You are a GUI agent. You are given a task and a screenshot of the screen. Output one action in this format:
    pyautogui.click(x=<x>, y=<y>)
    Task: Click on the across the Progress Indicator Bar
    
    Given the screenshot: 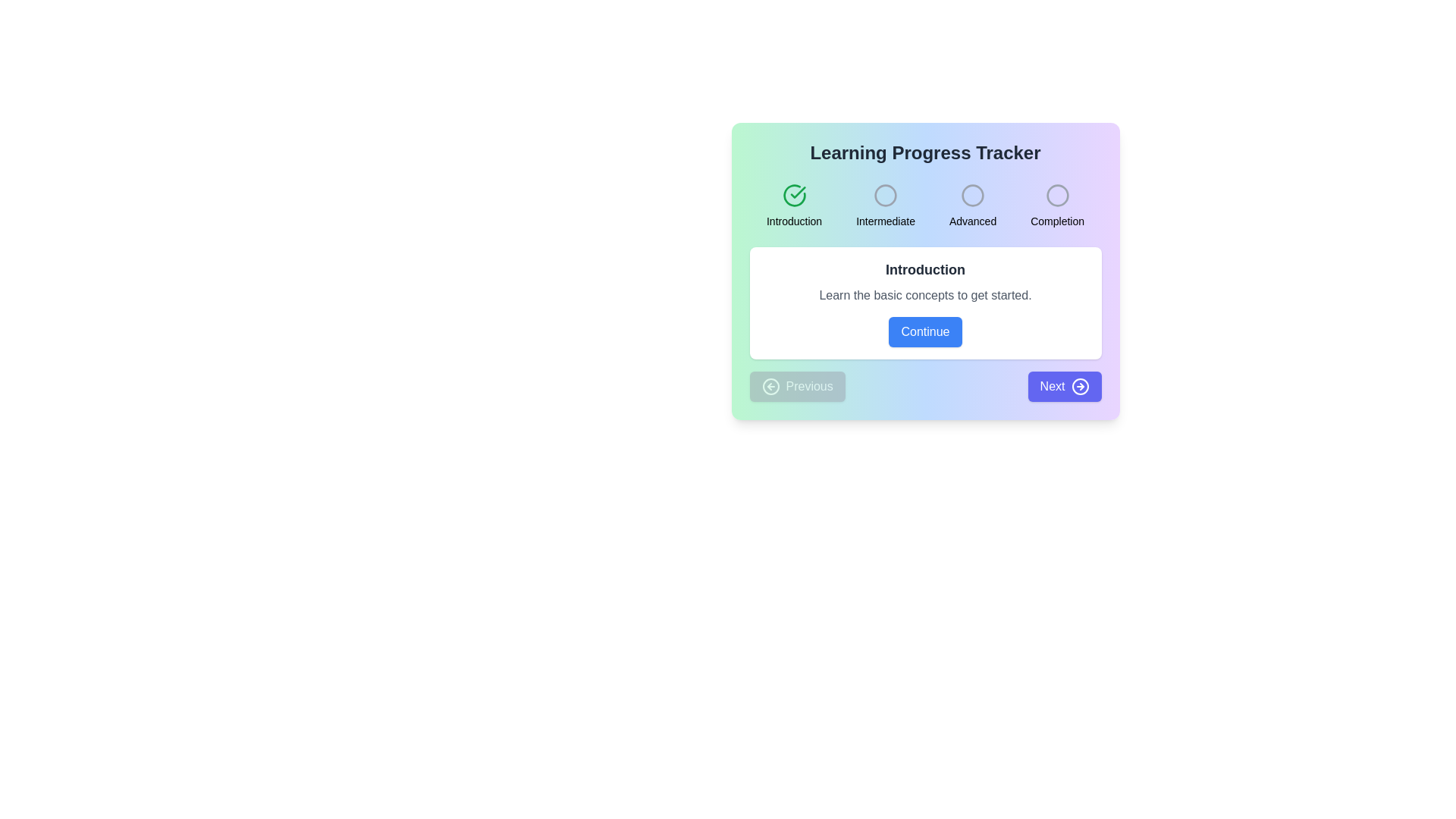 What is the action you would take?
    pyautogui.click(x=924, y=206)
    